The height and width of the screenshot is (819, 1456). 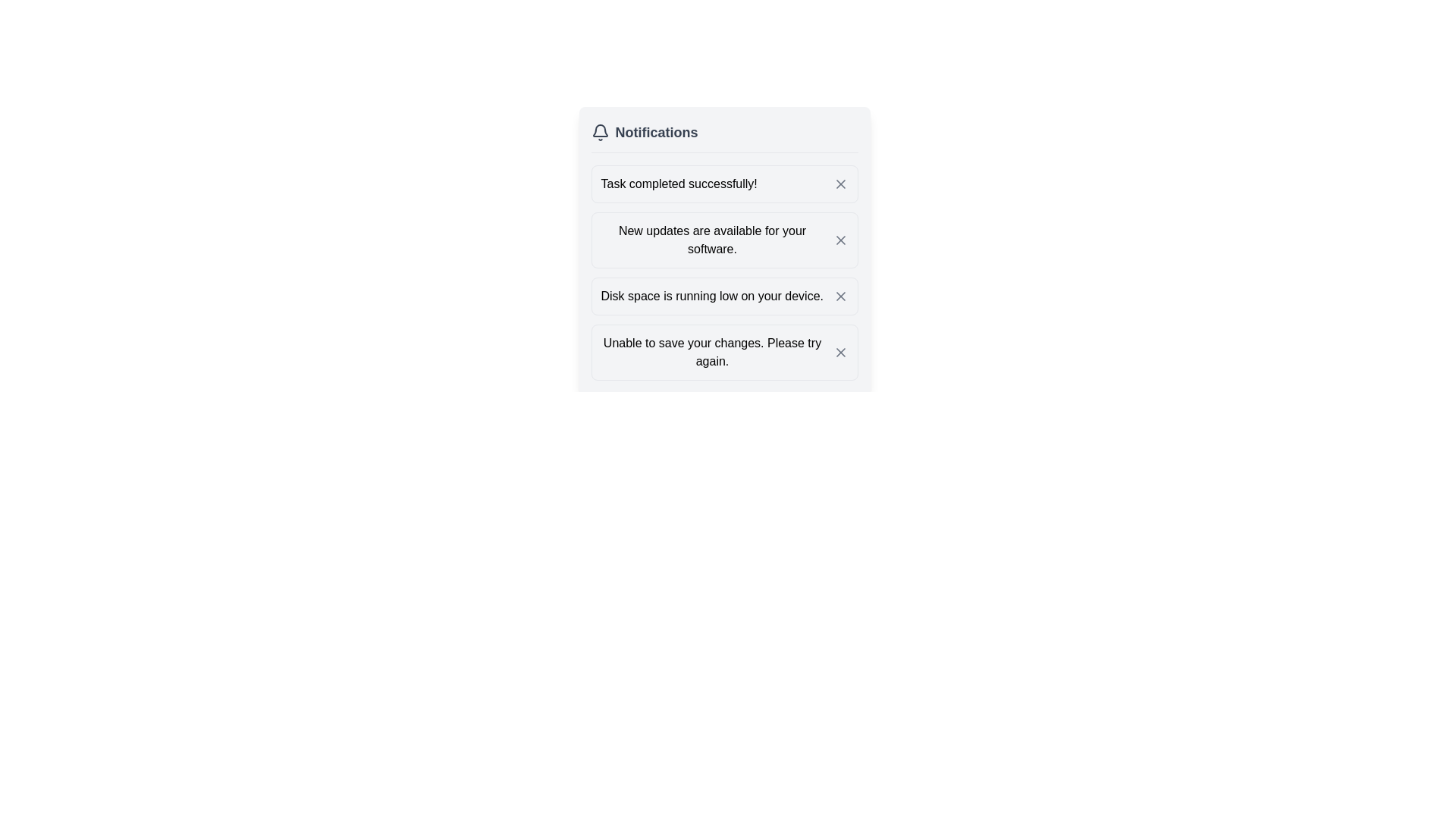 What do you see at coordinates (711, 353) in the screenshot?
I see `the text display that indicates an unsuccessful operation to save changes, which is the main content of the fourth notification in the vertical list of the notification panel` at bounding box center [711, 353].